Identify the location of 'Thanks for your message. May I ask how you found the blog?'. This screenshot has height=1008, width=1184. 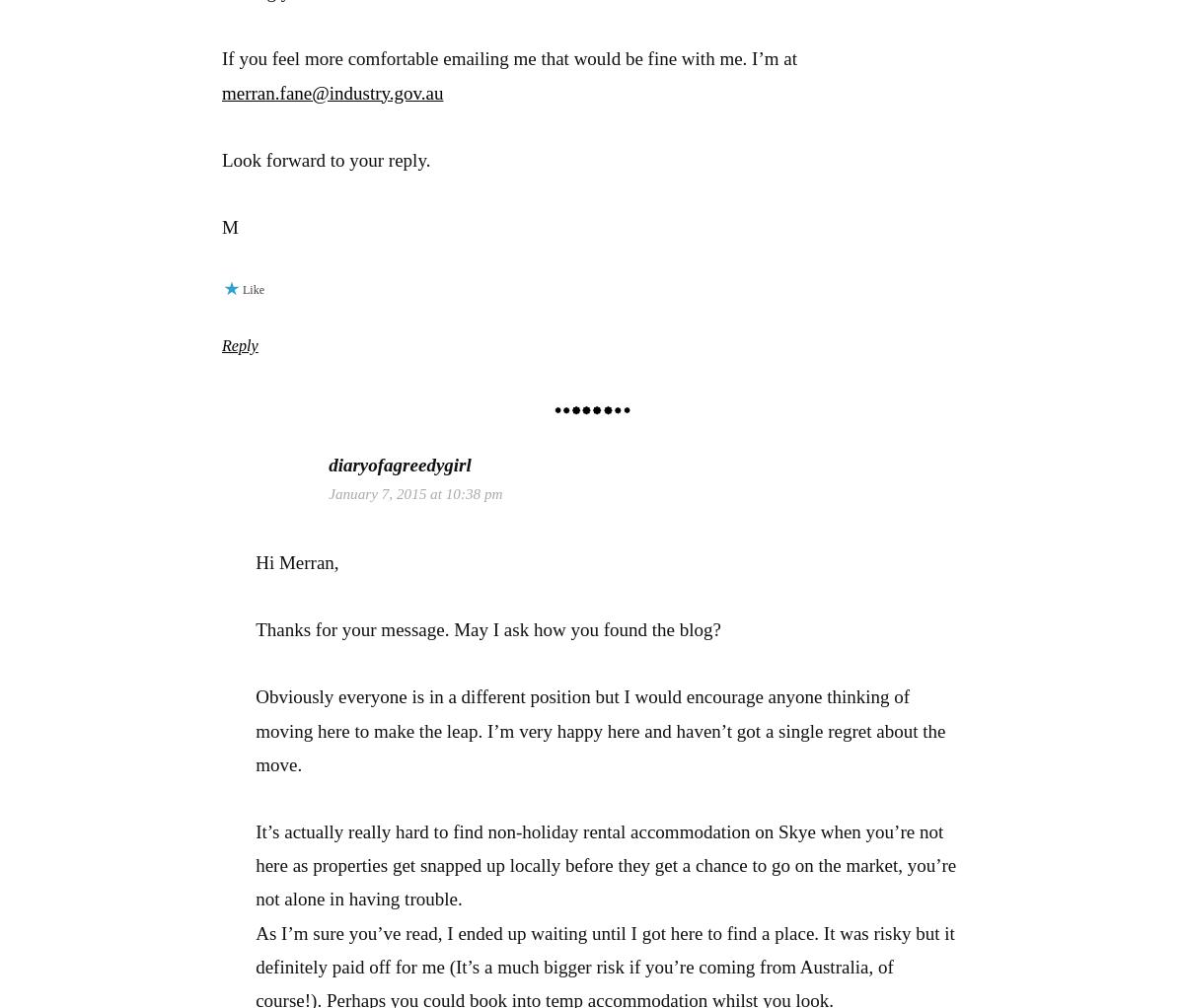
(486, 628).